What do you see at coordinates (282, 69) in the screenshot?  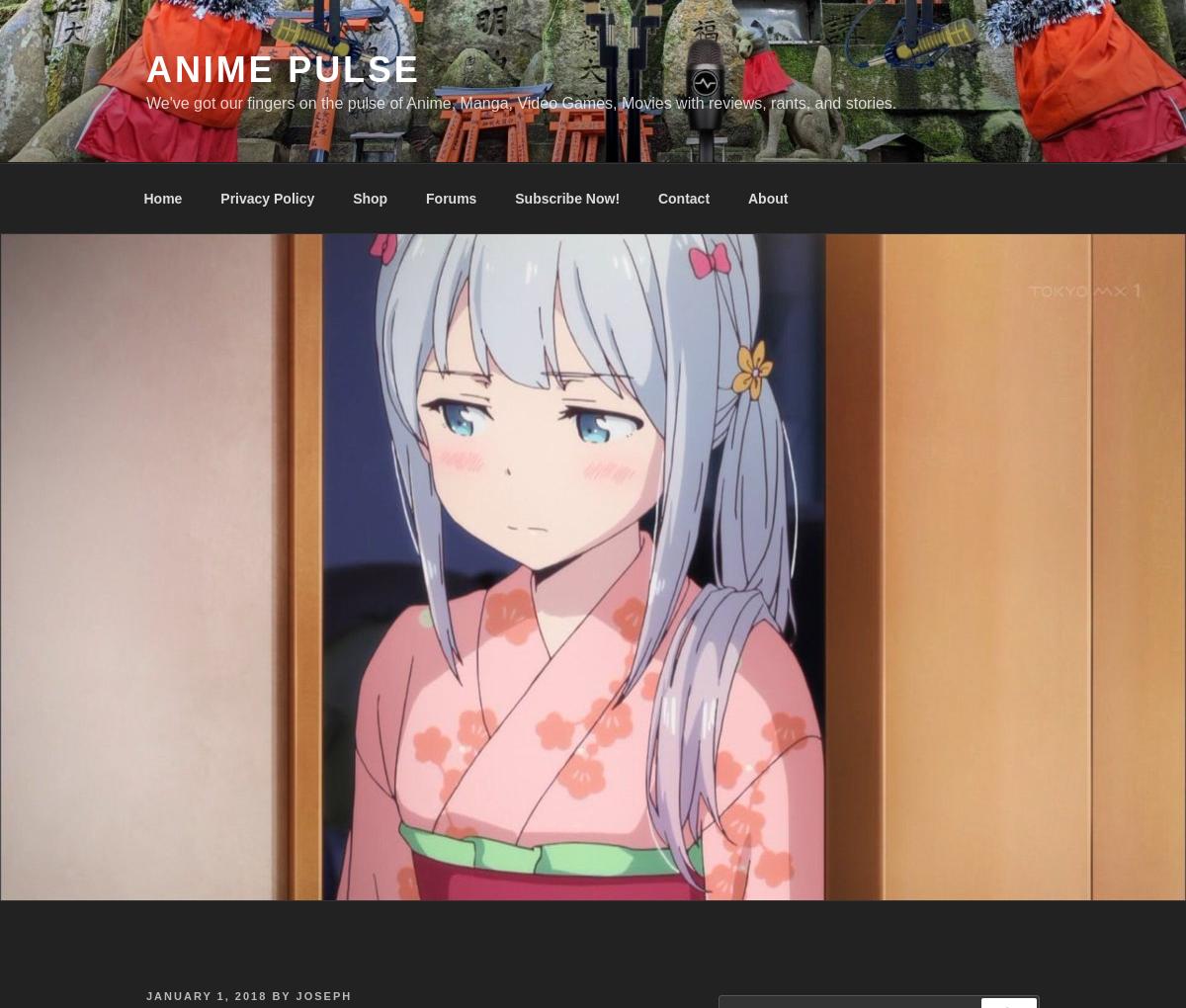 I see `'Anime Pulse'` at bounding box center [282, 69].